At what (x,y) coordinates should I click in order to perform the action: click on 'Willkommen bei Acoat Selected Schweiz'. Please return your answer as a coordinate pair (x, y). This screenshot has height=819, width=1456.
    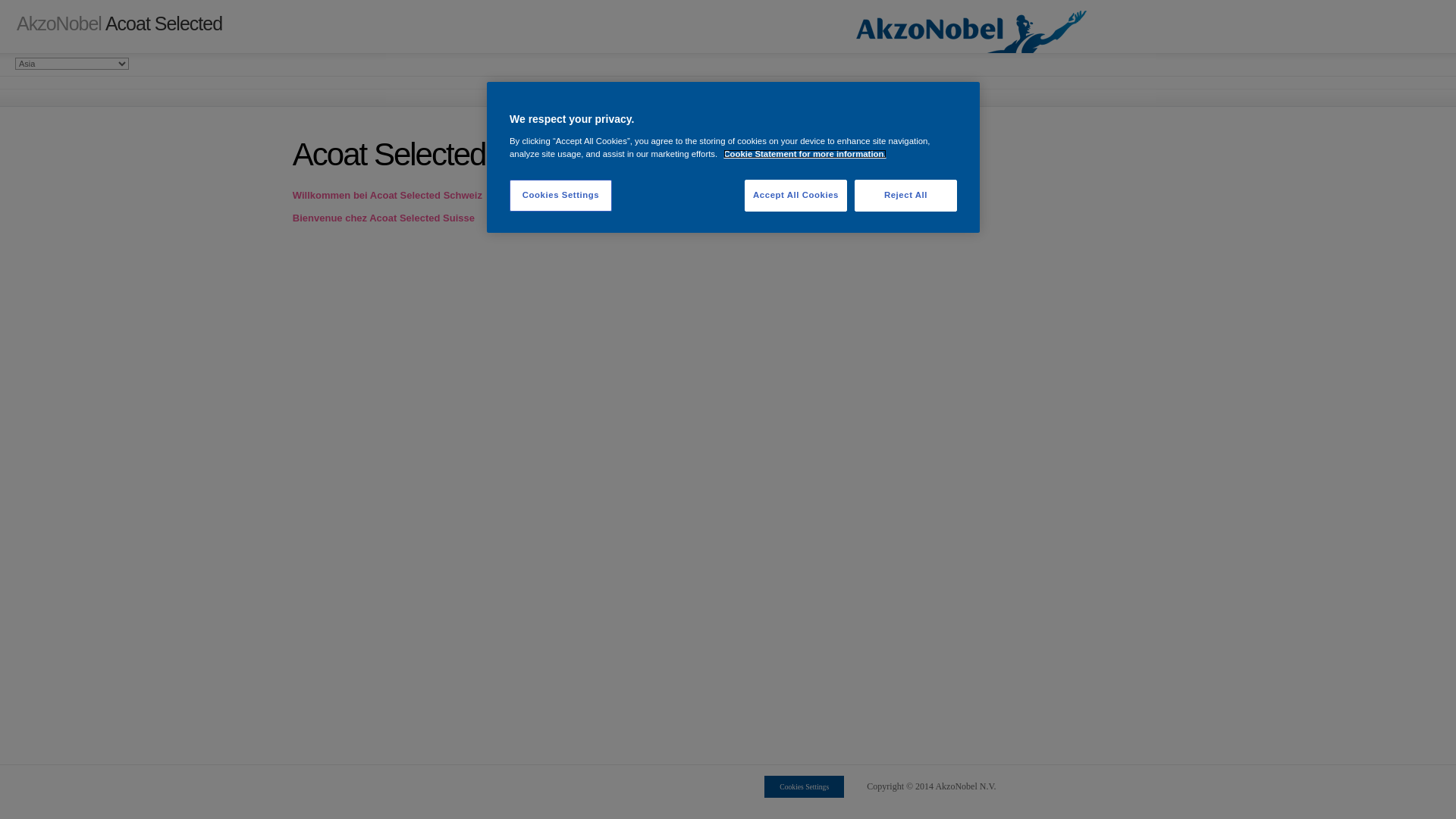
    Looking at the image, I should click on (292, 194).